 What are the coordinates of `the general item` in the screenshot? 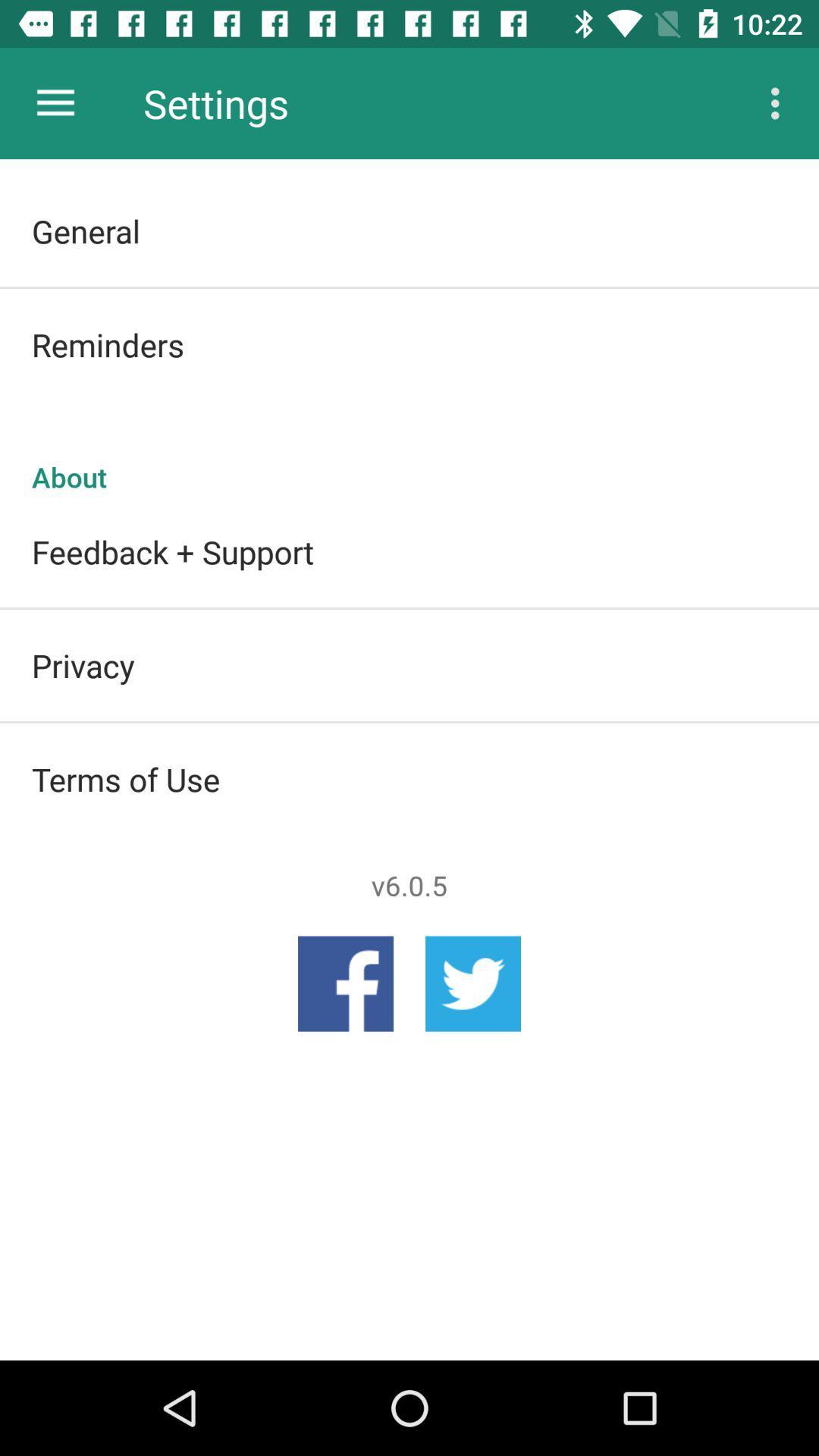 It's located at (409, 230).